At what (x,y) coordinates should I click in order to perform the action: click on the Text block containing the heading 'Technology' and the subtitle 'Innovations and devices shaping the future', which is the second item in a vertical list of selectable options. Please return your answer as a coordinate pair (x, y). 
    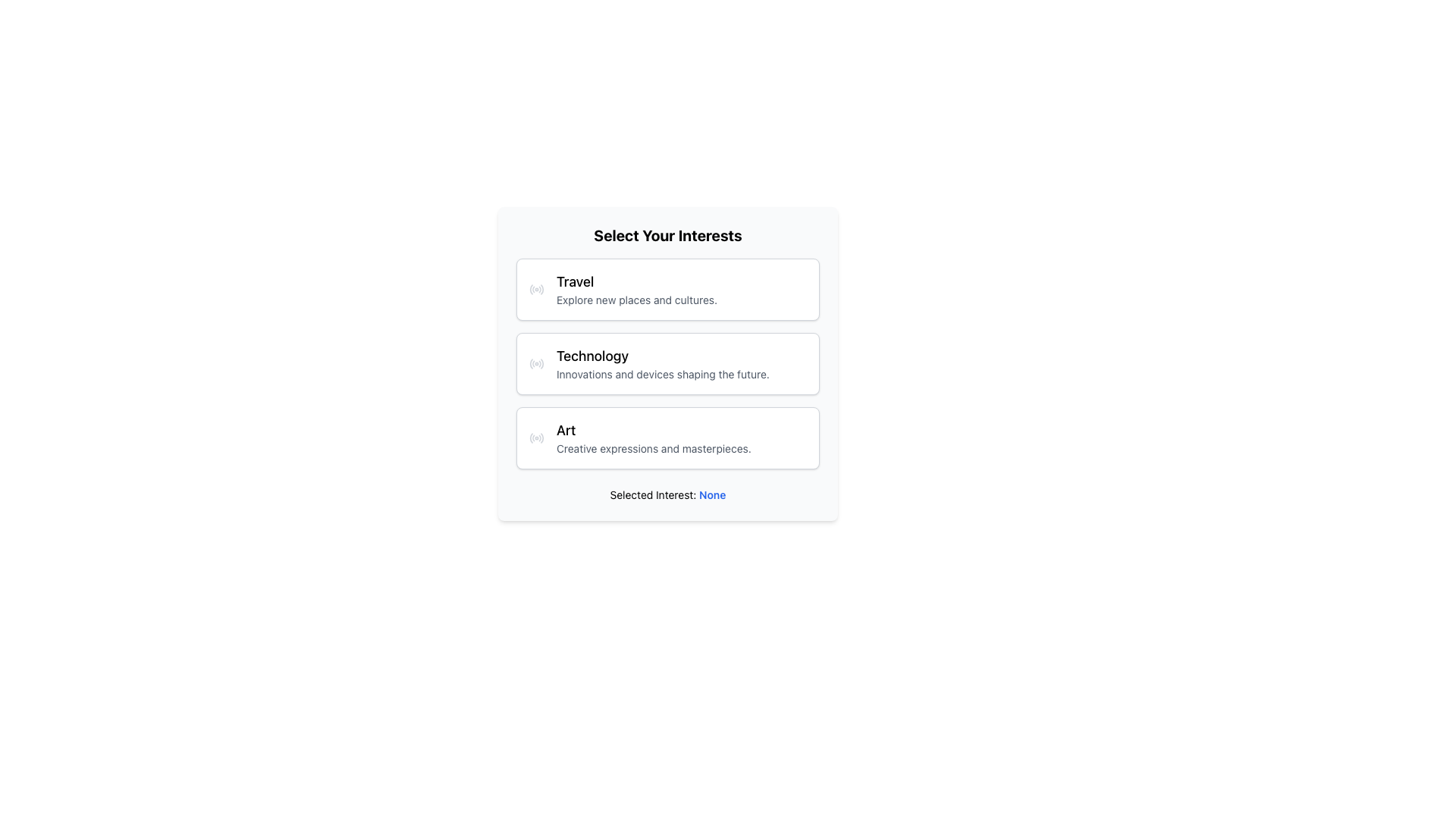
    Looking at the image, I should click on (663, 363).